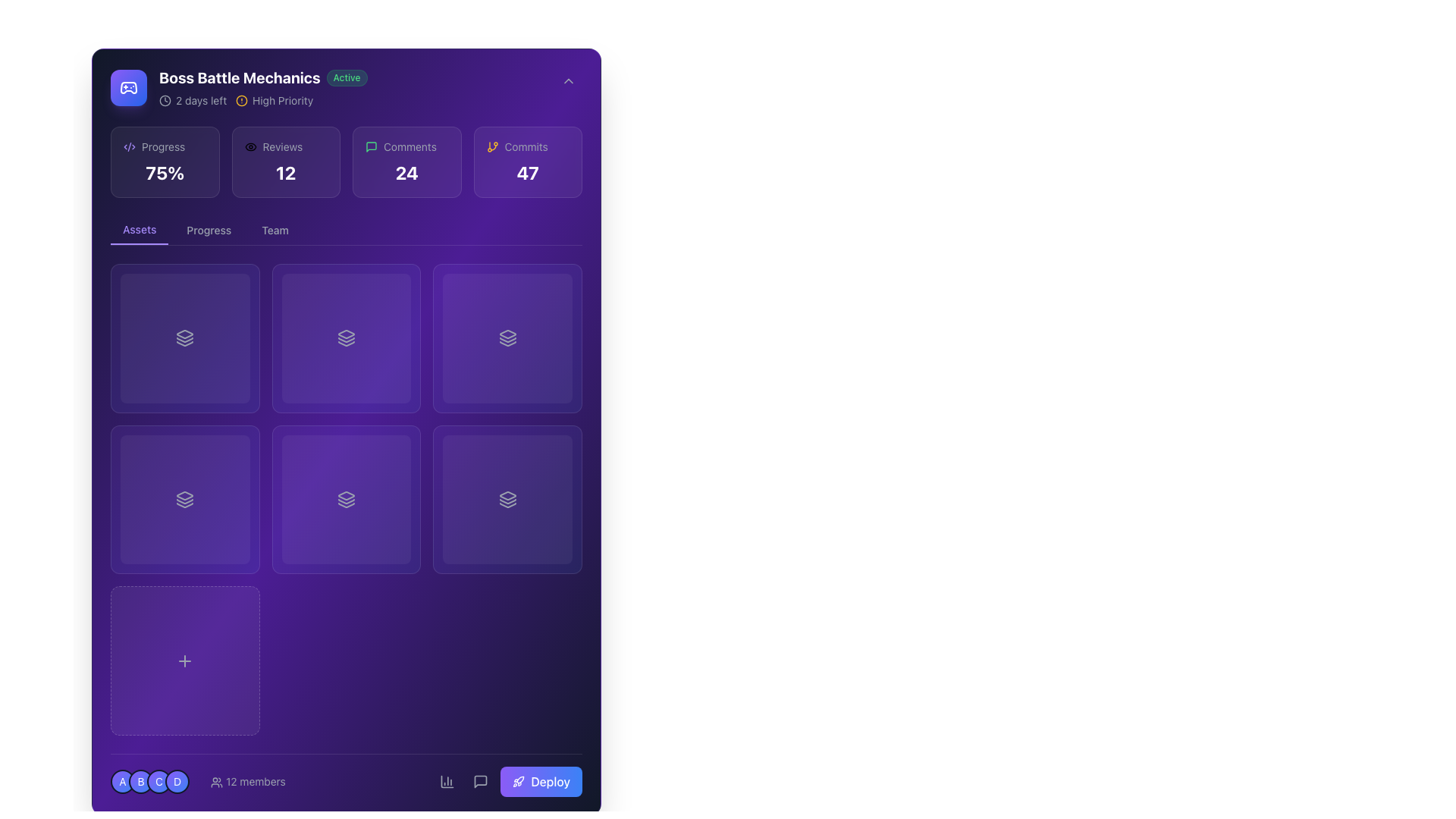 This screenshot has width=1456, height=819. I want to click on the leftmost navigation tab labeled 'Assets', so click(140, 231).